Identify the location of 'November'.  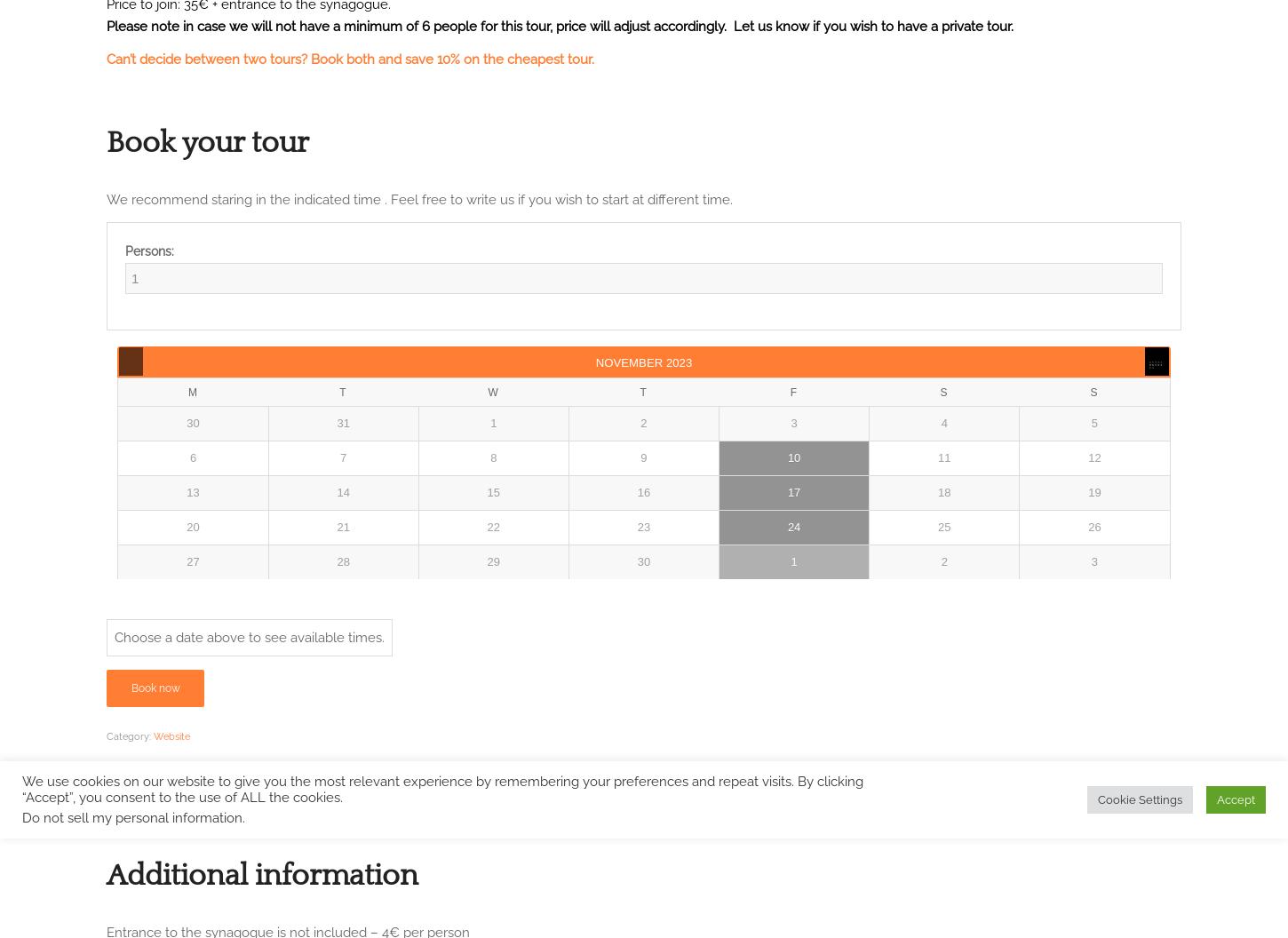
(628, 362).